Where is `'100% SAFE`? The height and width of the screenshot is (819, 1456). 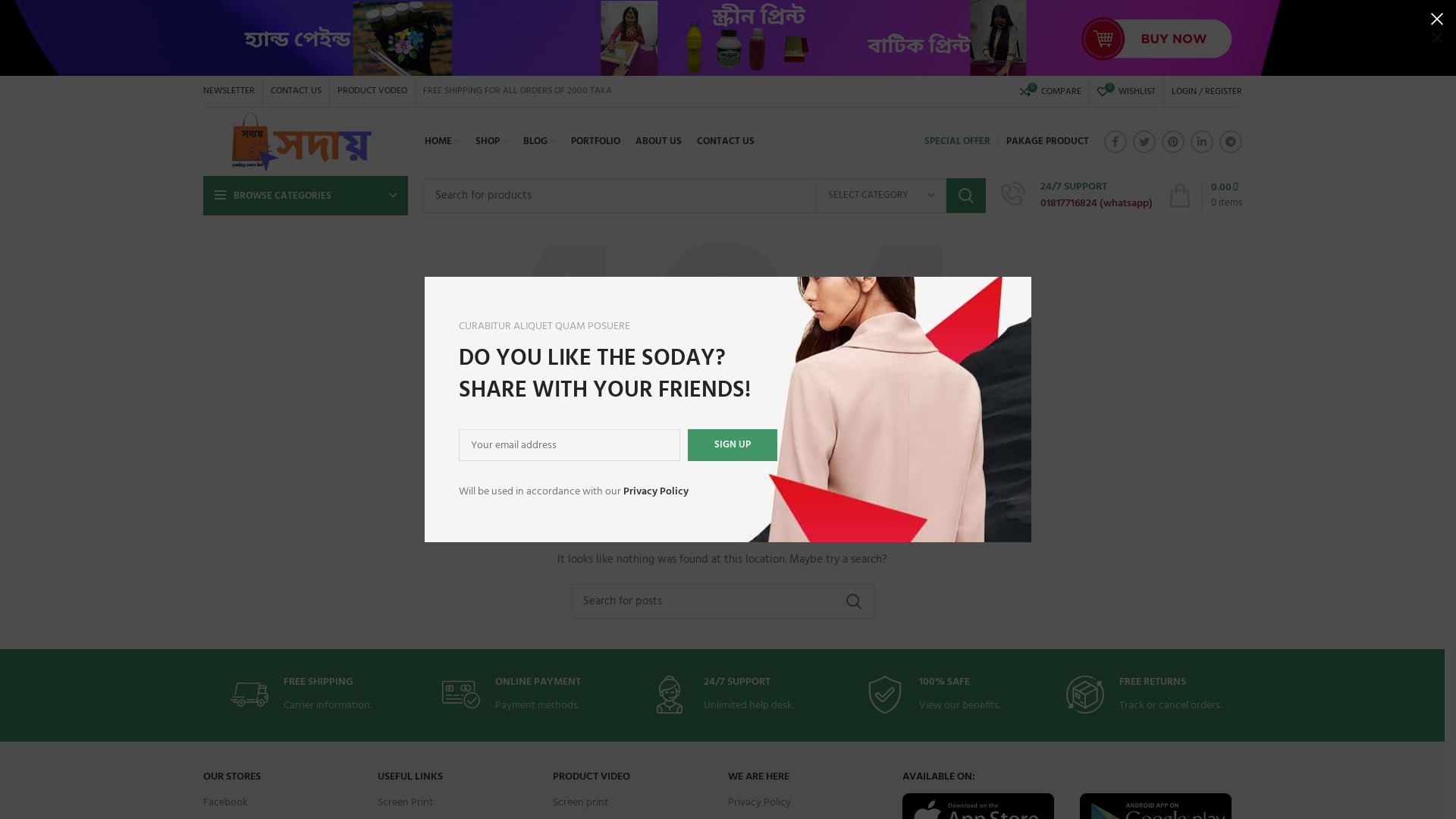 '100% SAFE is located at coordinates (932, 695).